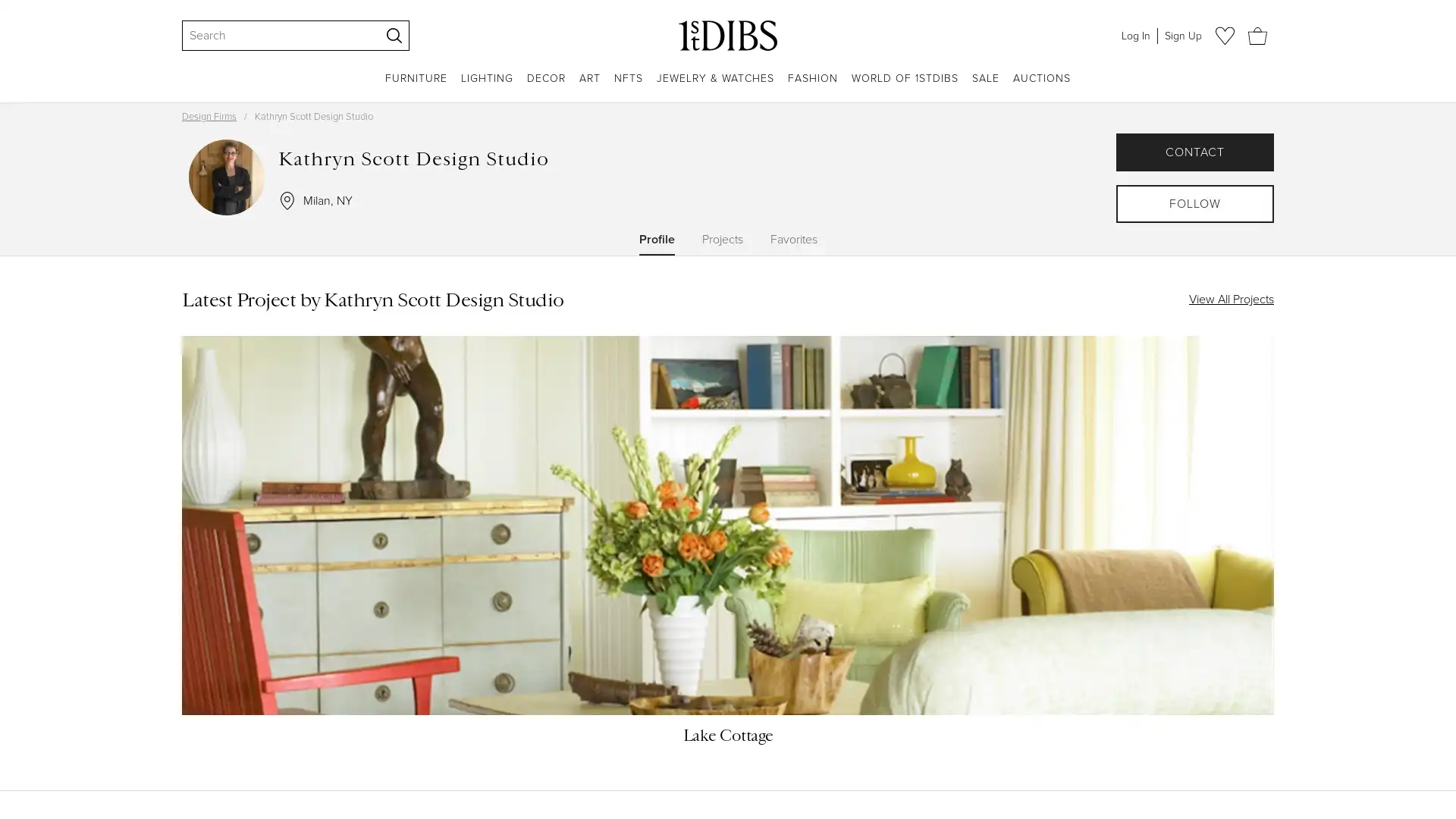  What do you see at coordinates (394, 34) in the screenshot?
I see `Search` at bounding box center [394, 34].